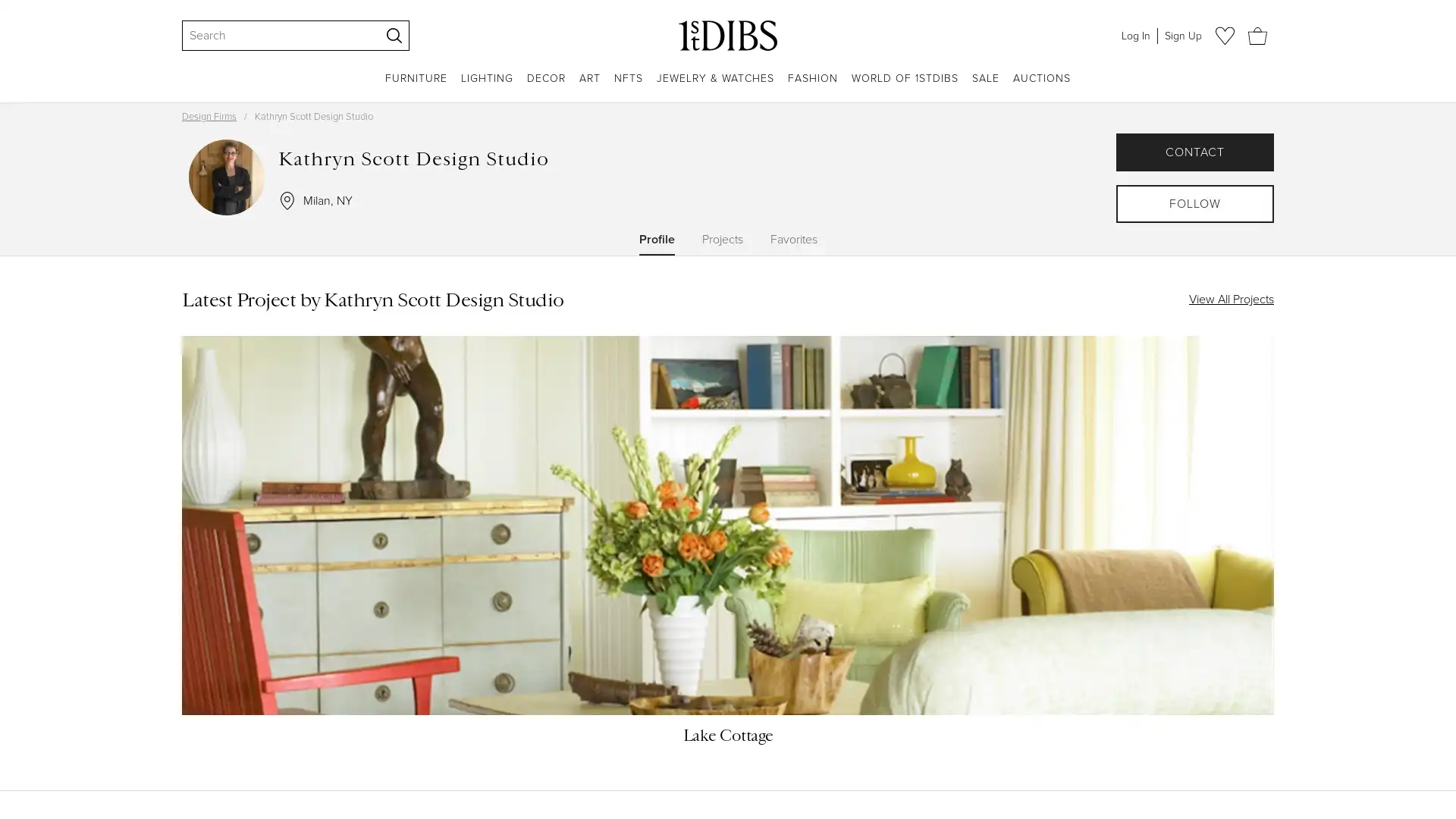  What do you see at coordinates (394, 34) in the screenshot?
I see `Search` at bounding box center [394, 34].